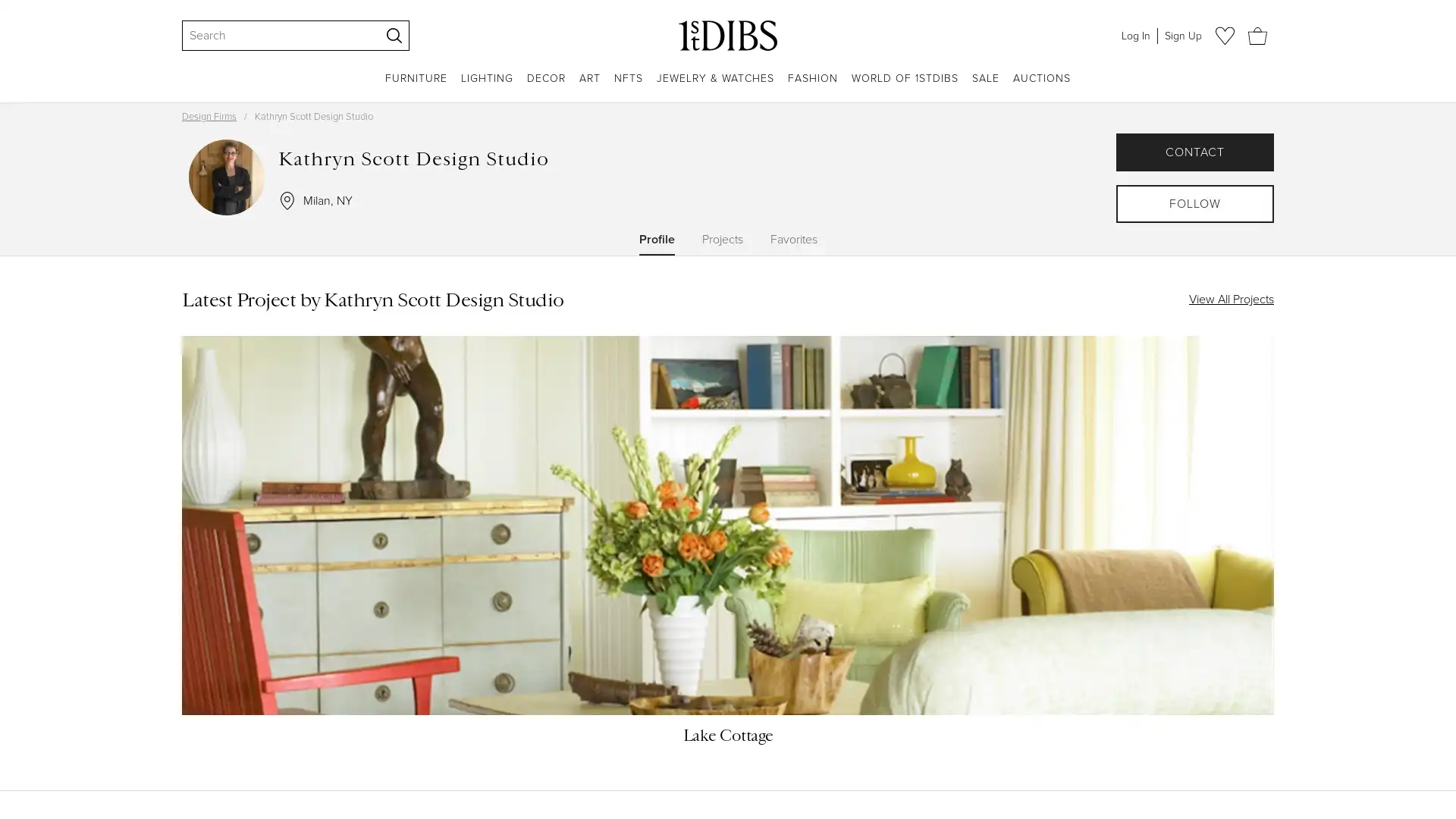  What do you see at coordinates (394, 34) in the screenshot?
I see `Search` at bounding box center [394, 34].